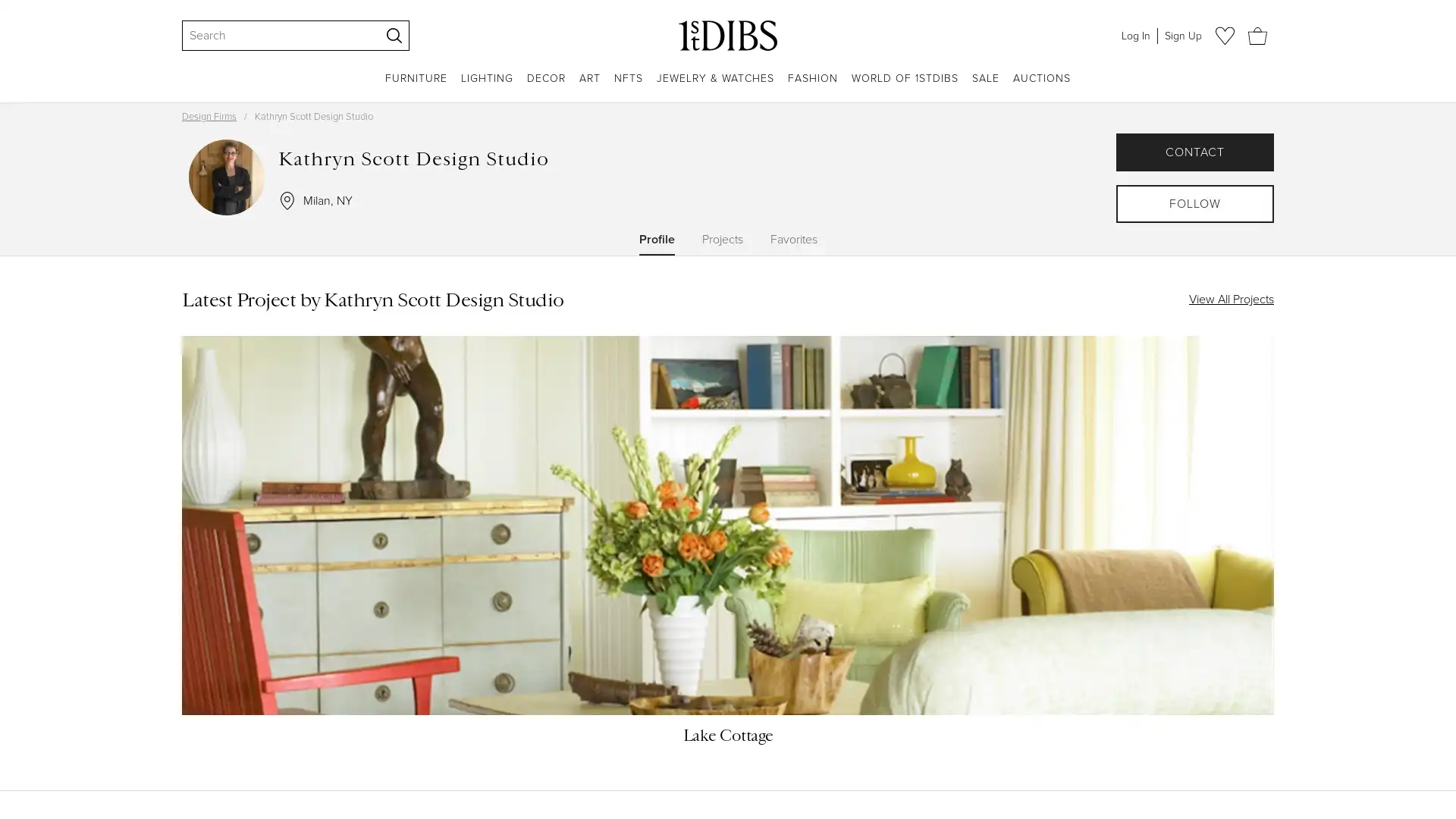  What do you see at coordinates (394, 34) in the screenshot?
I see `Search` at bounding box center [394, 34].